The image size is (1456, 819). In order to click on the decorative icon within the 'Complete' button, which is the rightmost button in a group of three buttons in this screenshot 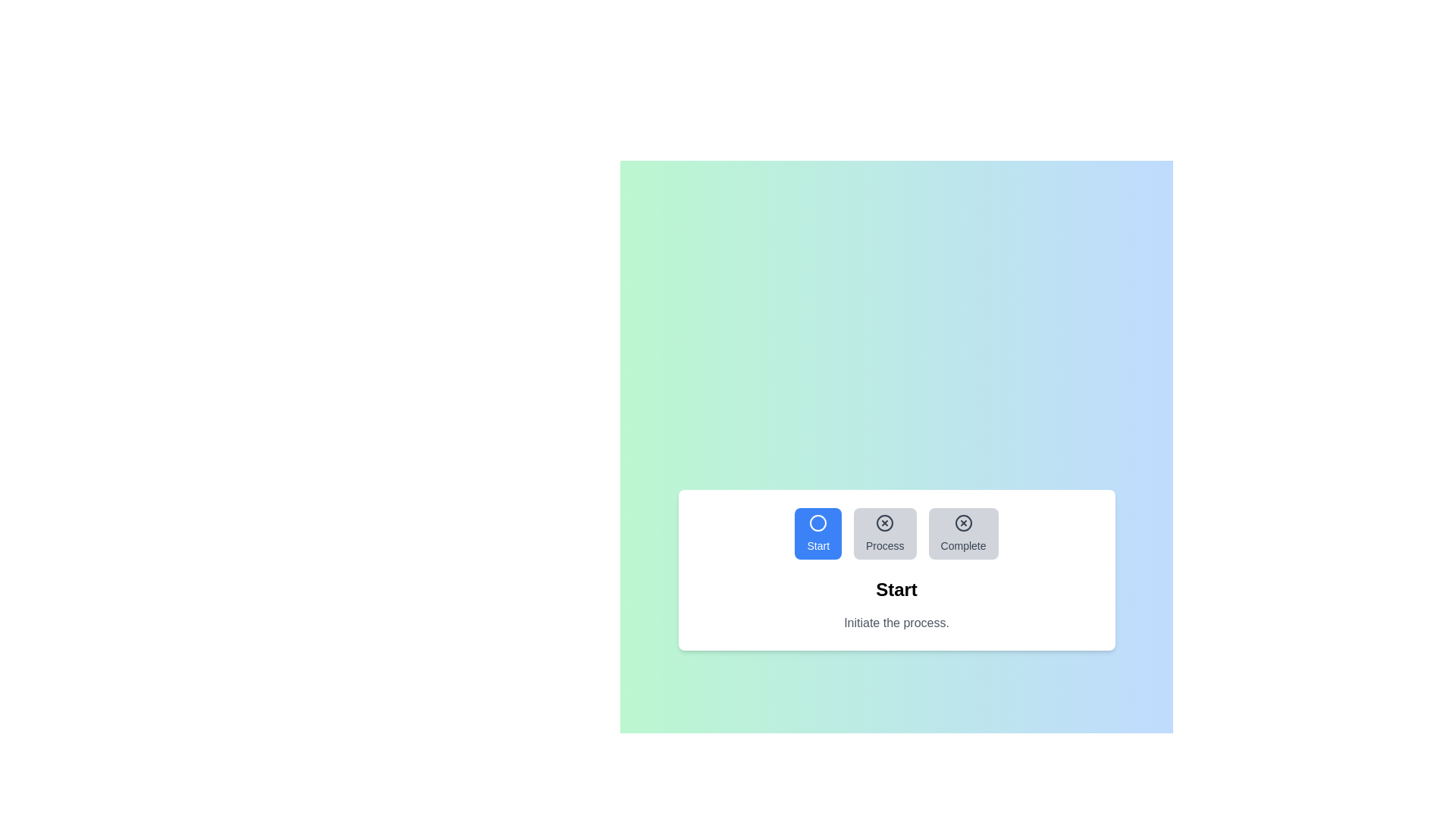, I will do `click(962, 522)`.